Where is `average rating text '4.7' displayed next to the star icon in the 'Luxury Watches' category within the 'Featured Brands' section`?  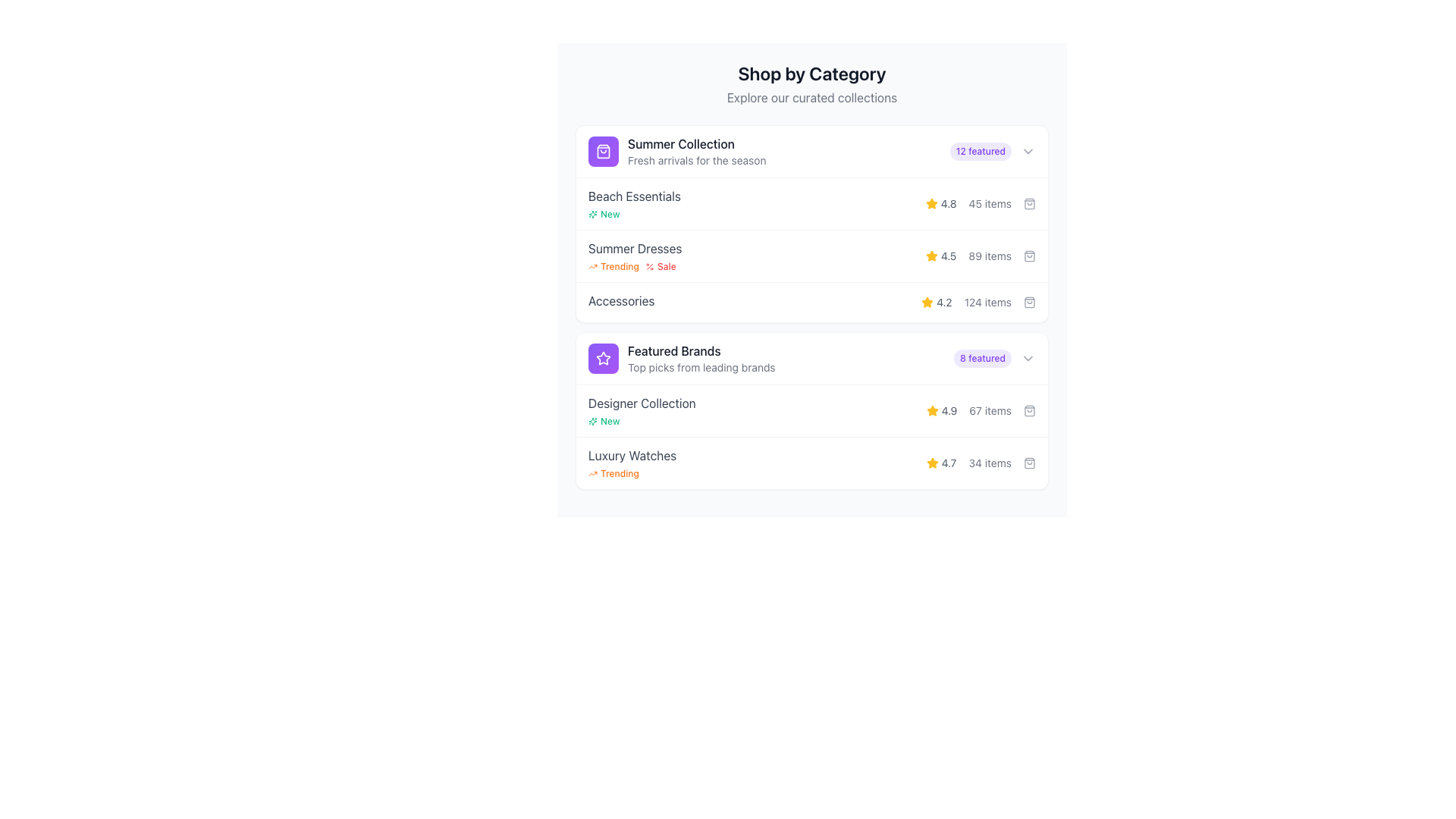
average rating text '4.7' displayed next to the star icon in the 'Luxury Watches' category within the 'Featured Brands' section is located at coordinates (940, 462).